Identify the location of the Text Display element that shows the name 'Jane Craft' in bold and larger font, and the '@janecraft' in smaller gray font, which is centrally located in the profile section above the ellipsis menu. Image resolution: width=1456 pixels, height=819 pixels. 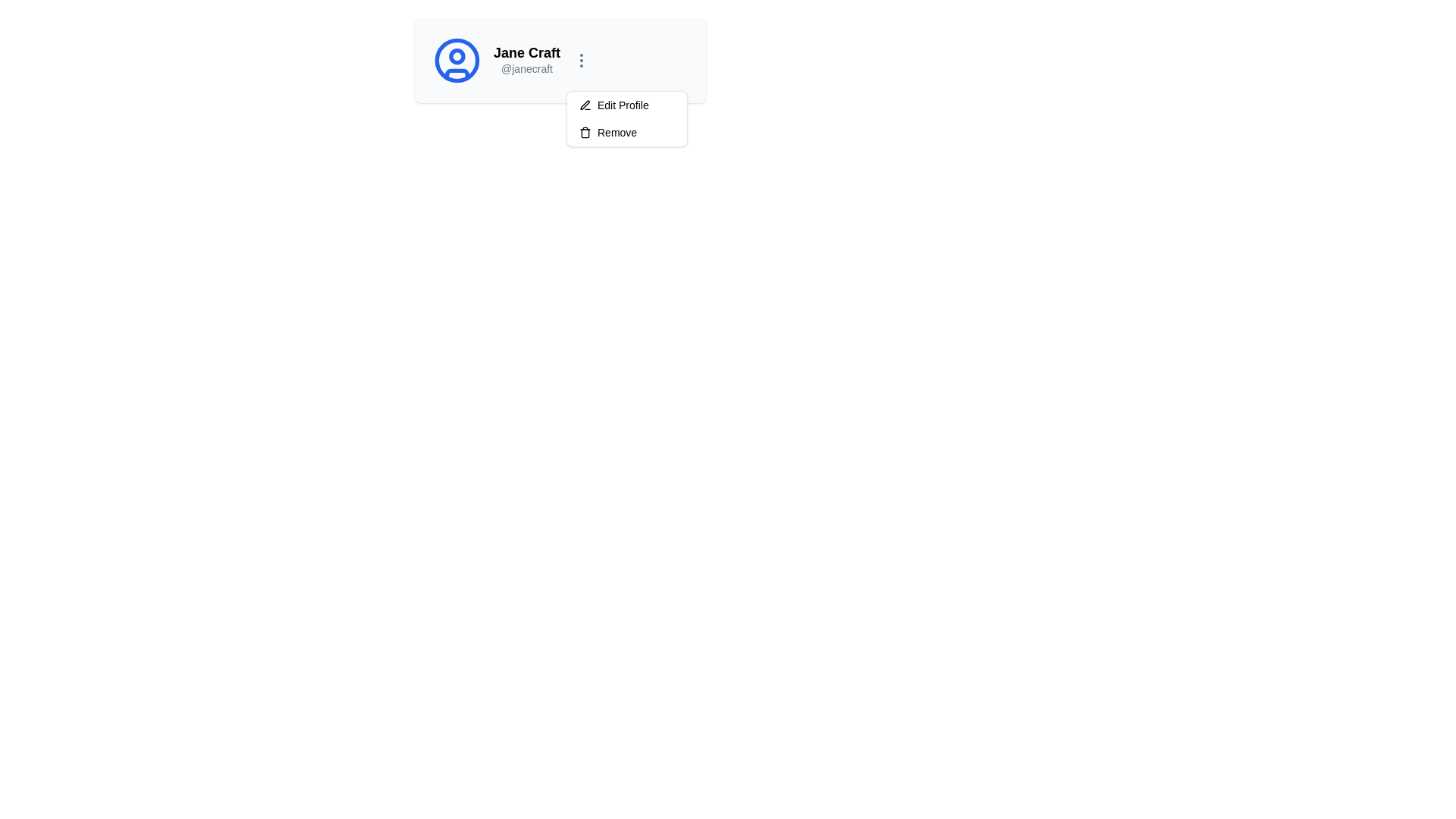
(527, 60).